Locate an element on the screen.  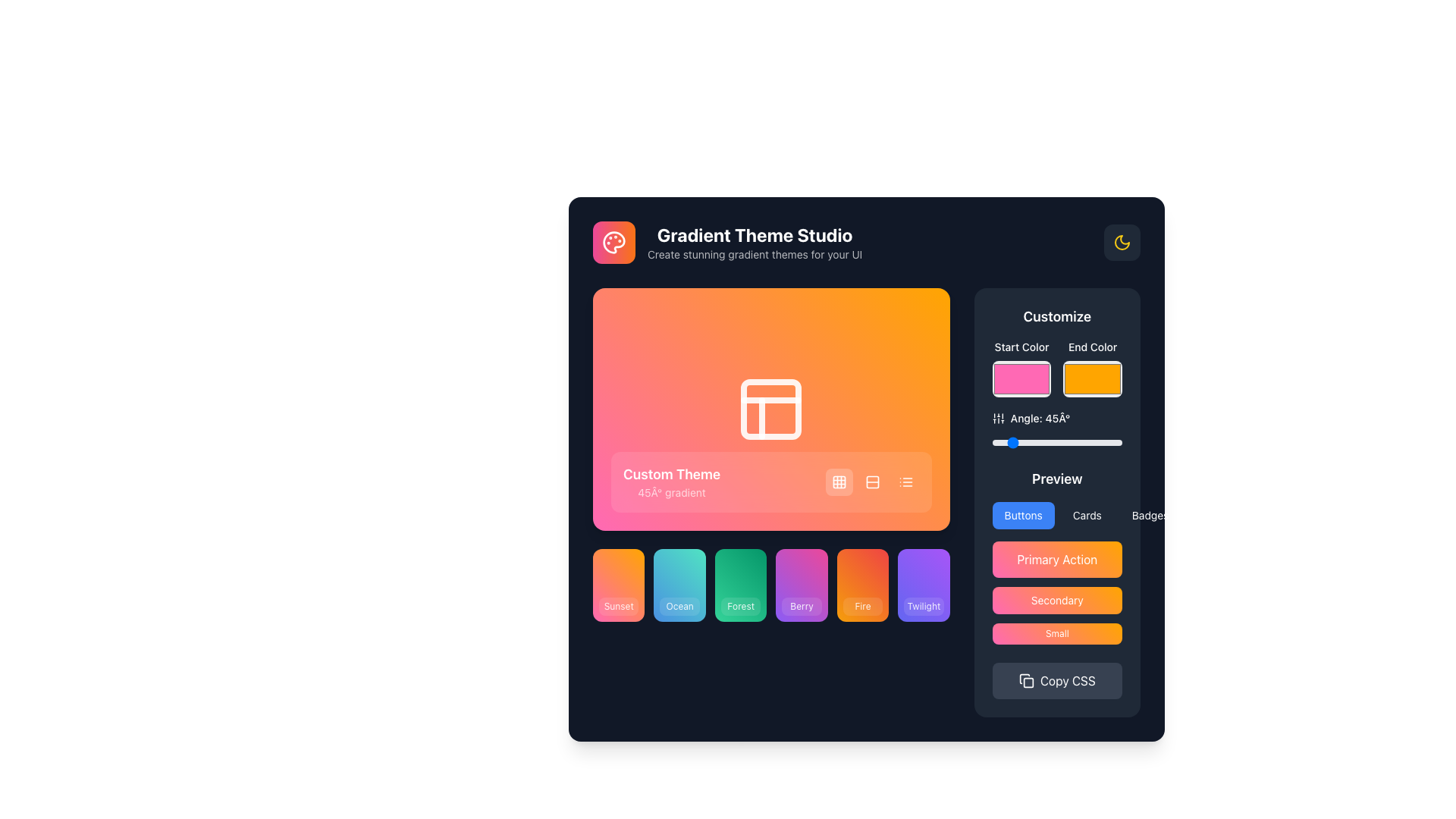
the 'Fire' themed button, which is the fifth tile in a horizontal grid of six elements, to apply the 'Fire' theme or setting is located at coordinates (862, 584).